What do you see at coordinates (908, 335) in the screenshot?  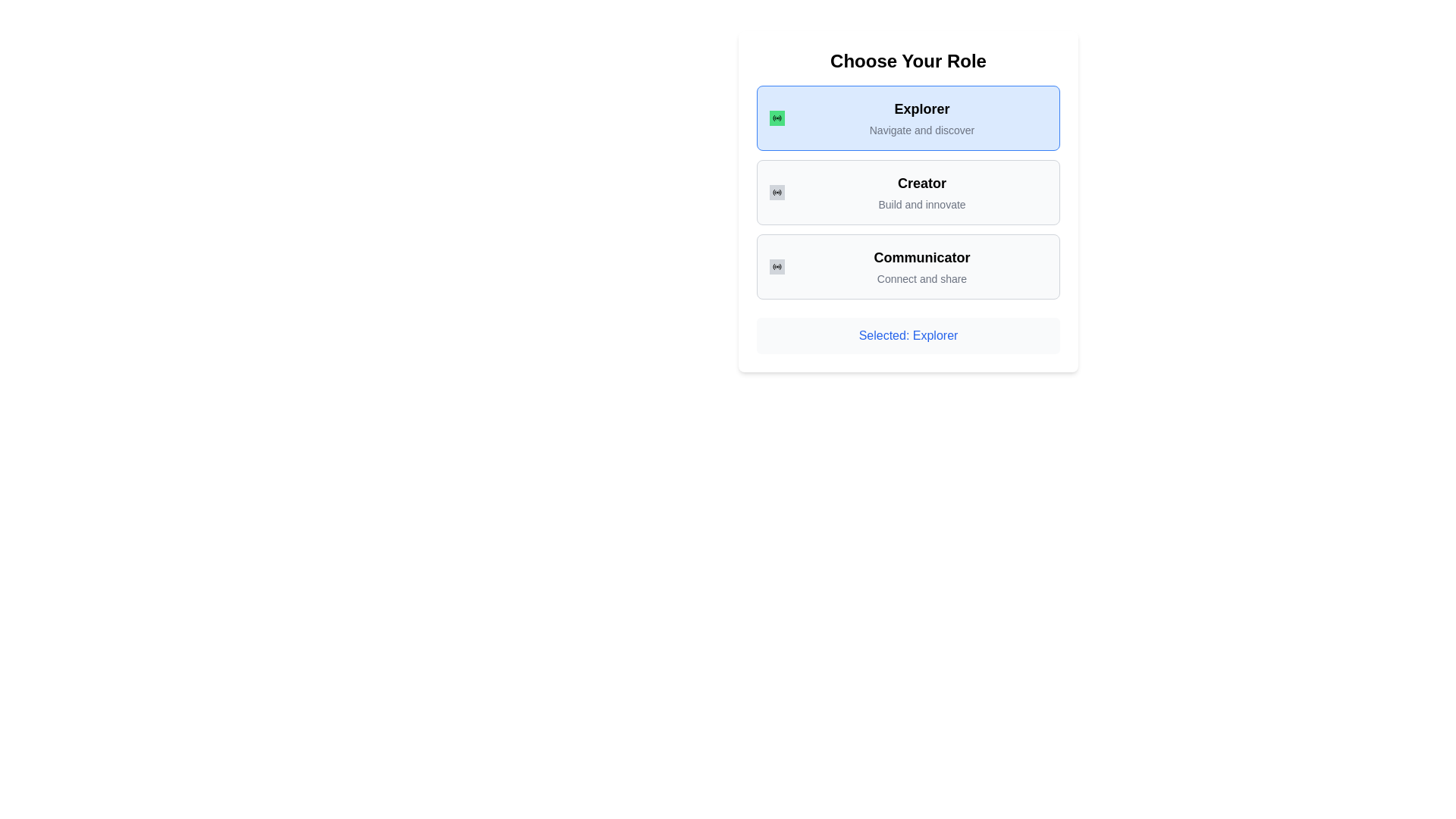 I see `the blue text element that reads 'Selected: Explorer', which is styled in bold and located at the bottom center of a white card-like interface` at bounding box center [908, 335].